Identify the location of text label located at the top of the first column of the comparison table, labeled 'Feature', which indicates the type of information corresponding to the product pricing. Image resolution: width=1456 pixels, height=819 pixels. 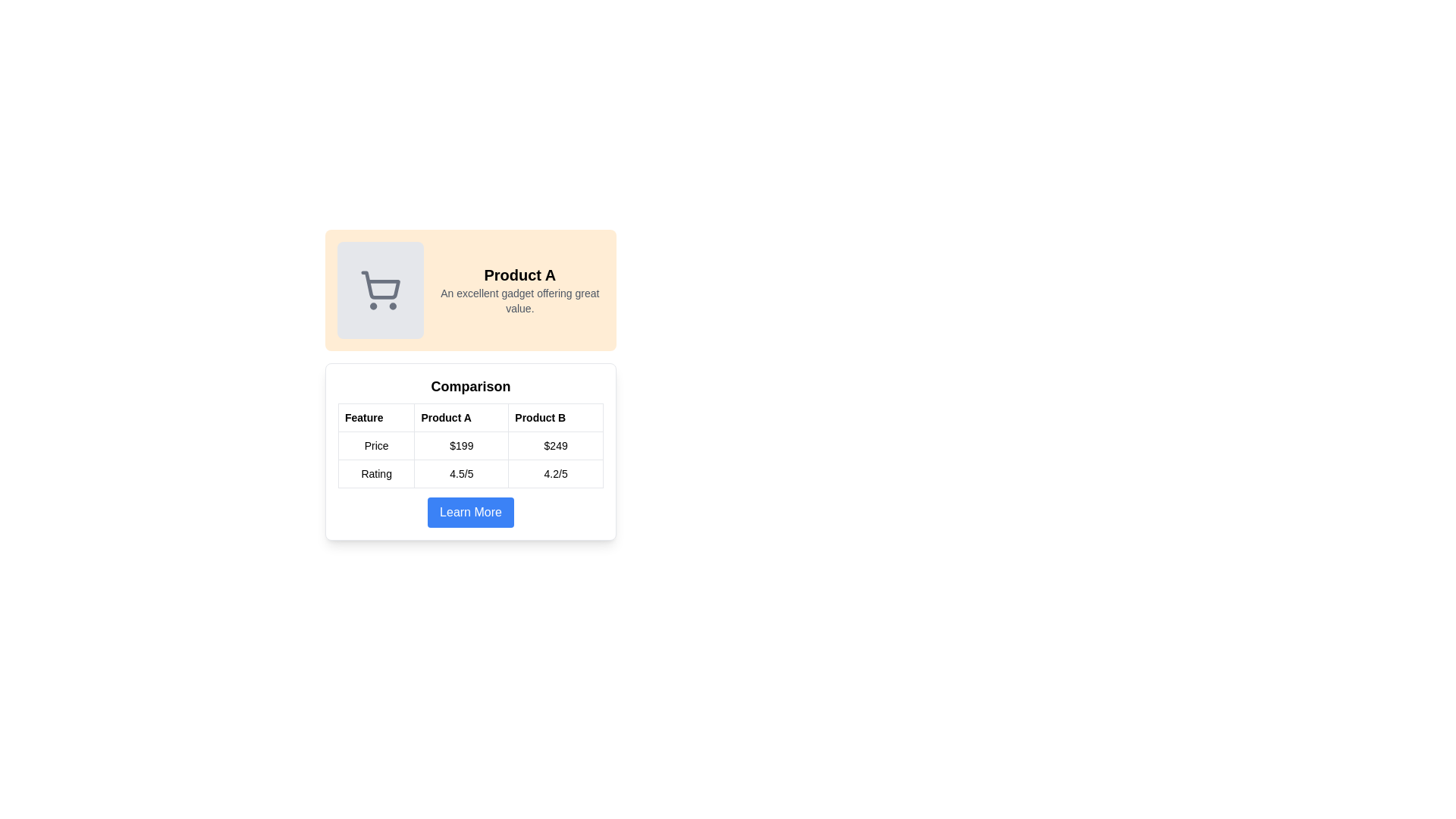
(376, 444).